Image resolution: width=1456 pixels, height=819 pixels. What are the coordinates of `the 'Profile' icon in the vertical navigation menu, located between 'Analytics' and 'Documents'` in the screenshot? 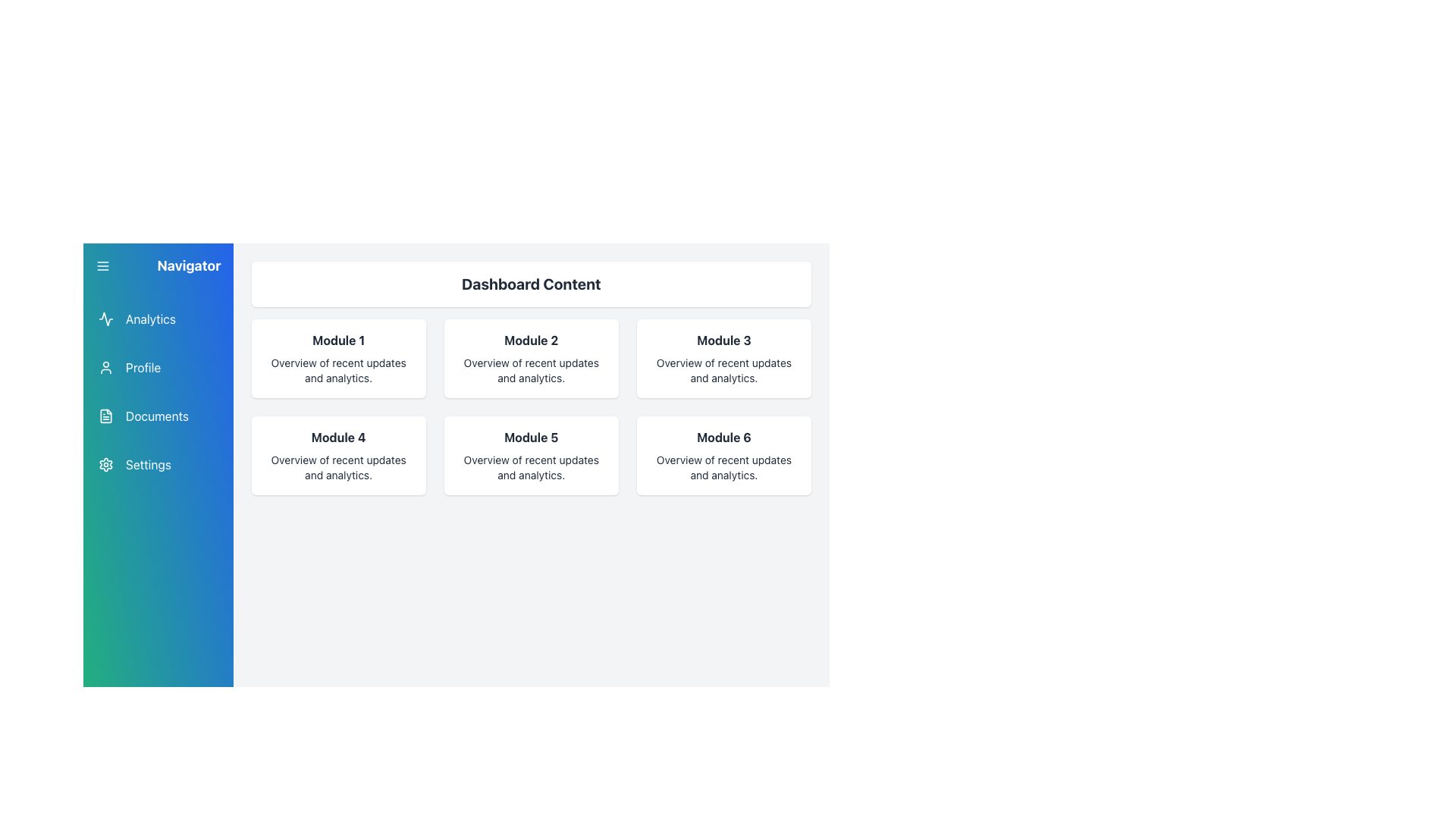 It's located at (105, 368).